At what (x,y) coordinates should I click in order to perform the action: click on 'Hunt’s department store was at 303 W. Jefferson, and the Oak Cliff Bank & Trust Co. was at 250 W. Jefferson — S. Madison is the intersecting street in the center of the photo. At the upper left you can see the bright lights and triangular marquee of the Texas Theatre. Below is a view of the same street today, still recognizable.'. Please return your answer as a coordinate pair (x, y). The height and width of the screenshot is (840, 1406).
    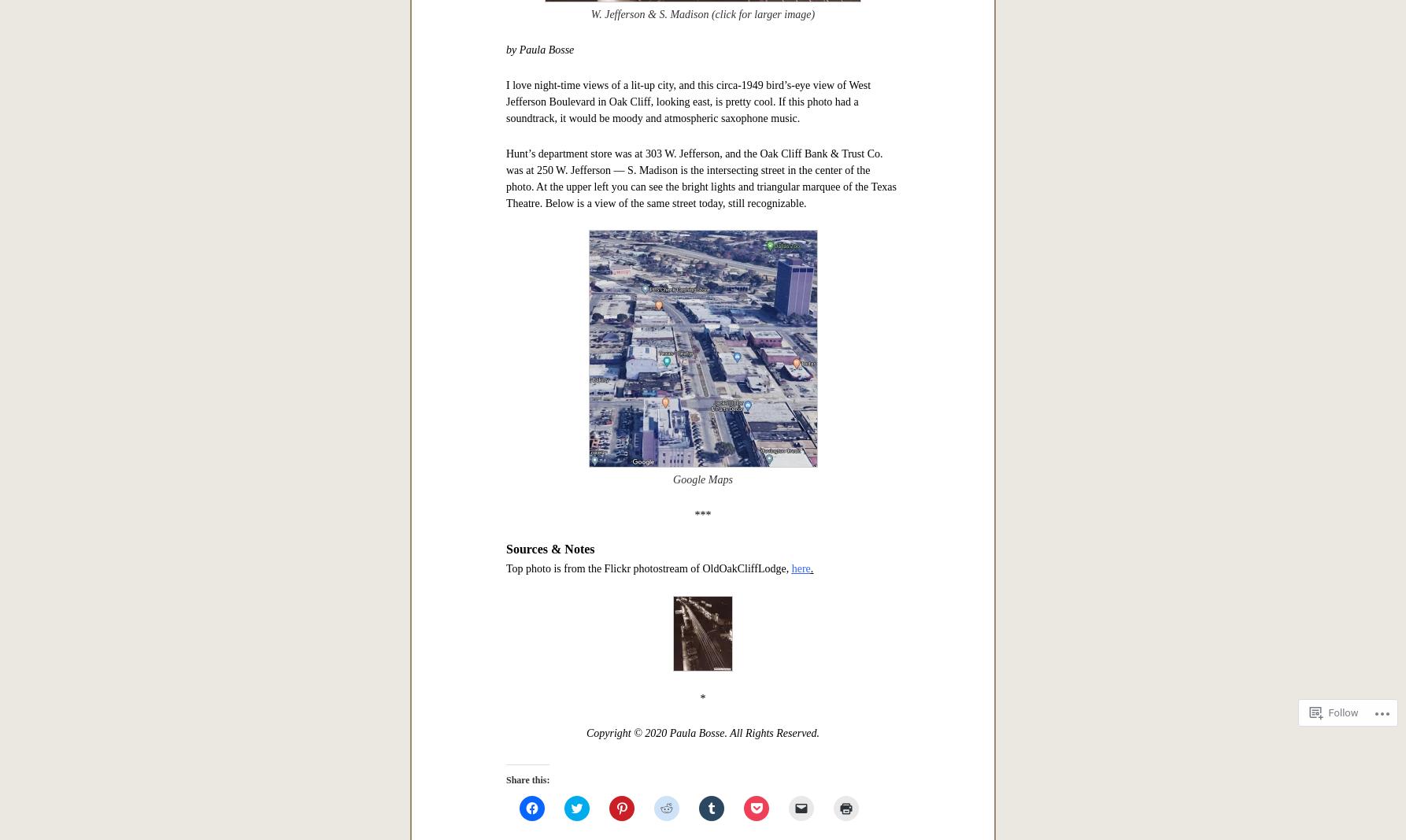
    Looking at the image, I should click on (505, 177).